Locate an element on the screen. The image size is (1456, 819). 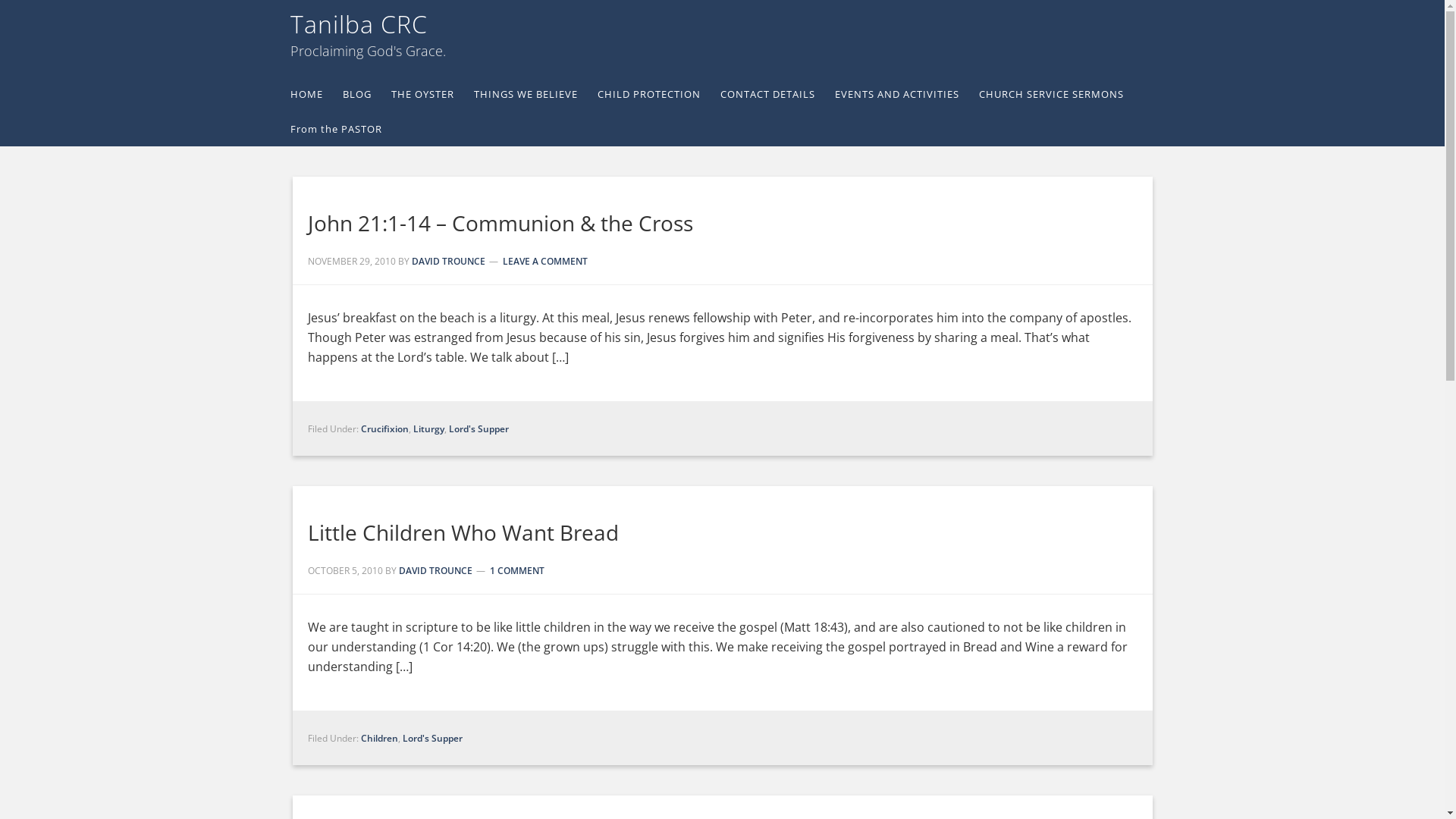
'HOME' is located at coordinates (290, 94).